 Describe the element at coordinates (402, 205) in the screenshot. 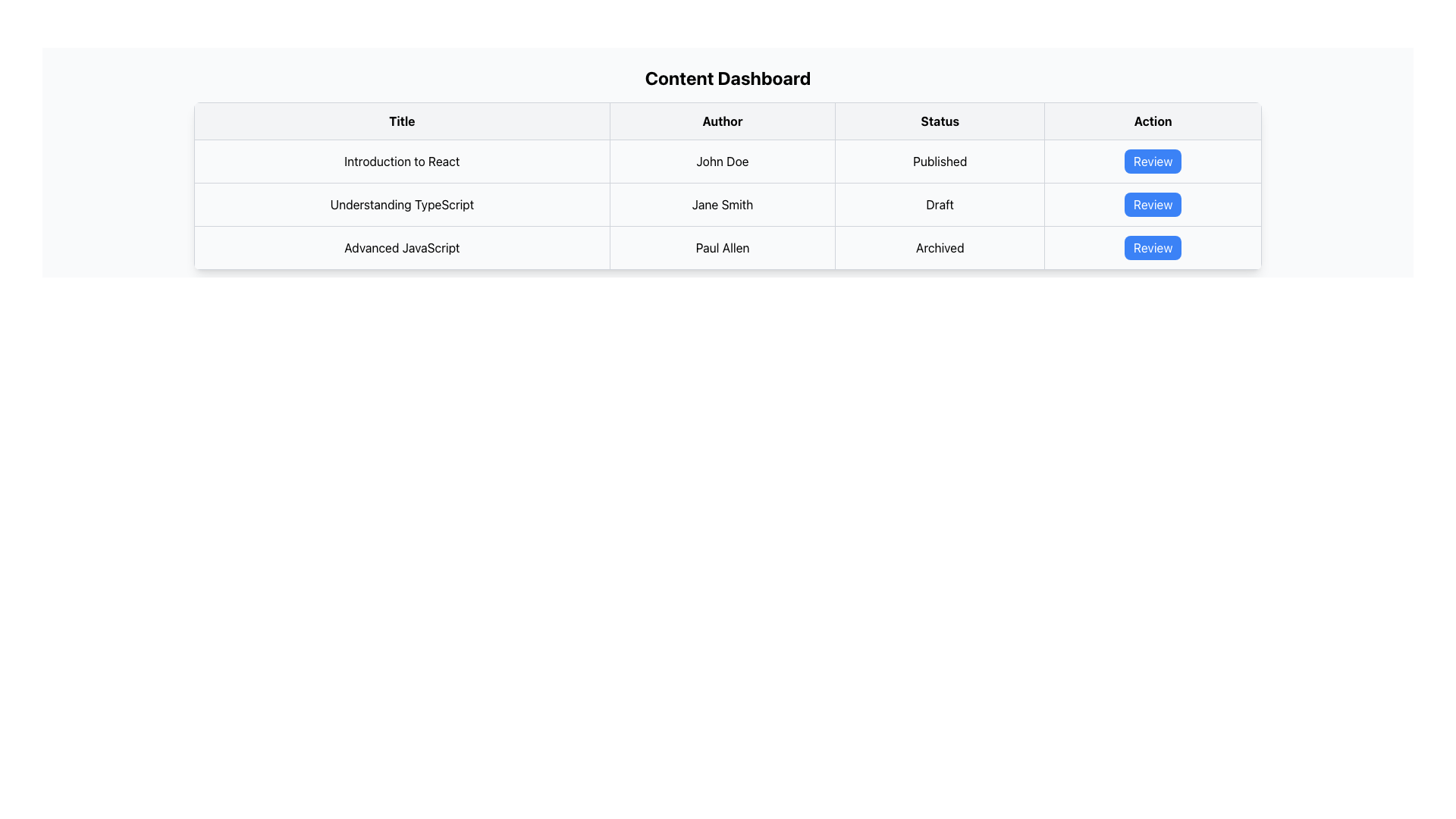

I see `the Table Cell in the second row under the 'Title' column that represents the title of a content item in the content dashboard` at that location.